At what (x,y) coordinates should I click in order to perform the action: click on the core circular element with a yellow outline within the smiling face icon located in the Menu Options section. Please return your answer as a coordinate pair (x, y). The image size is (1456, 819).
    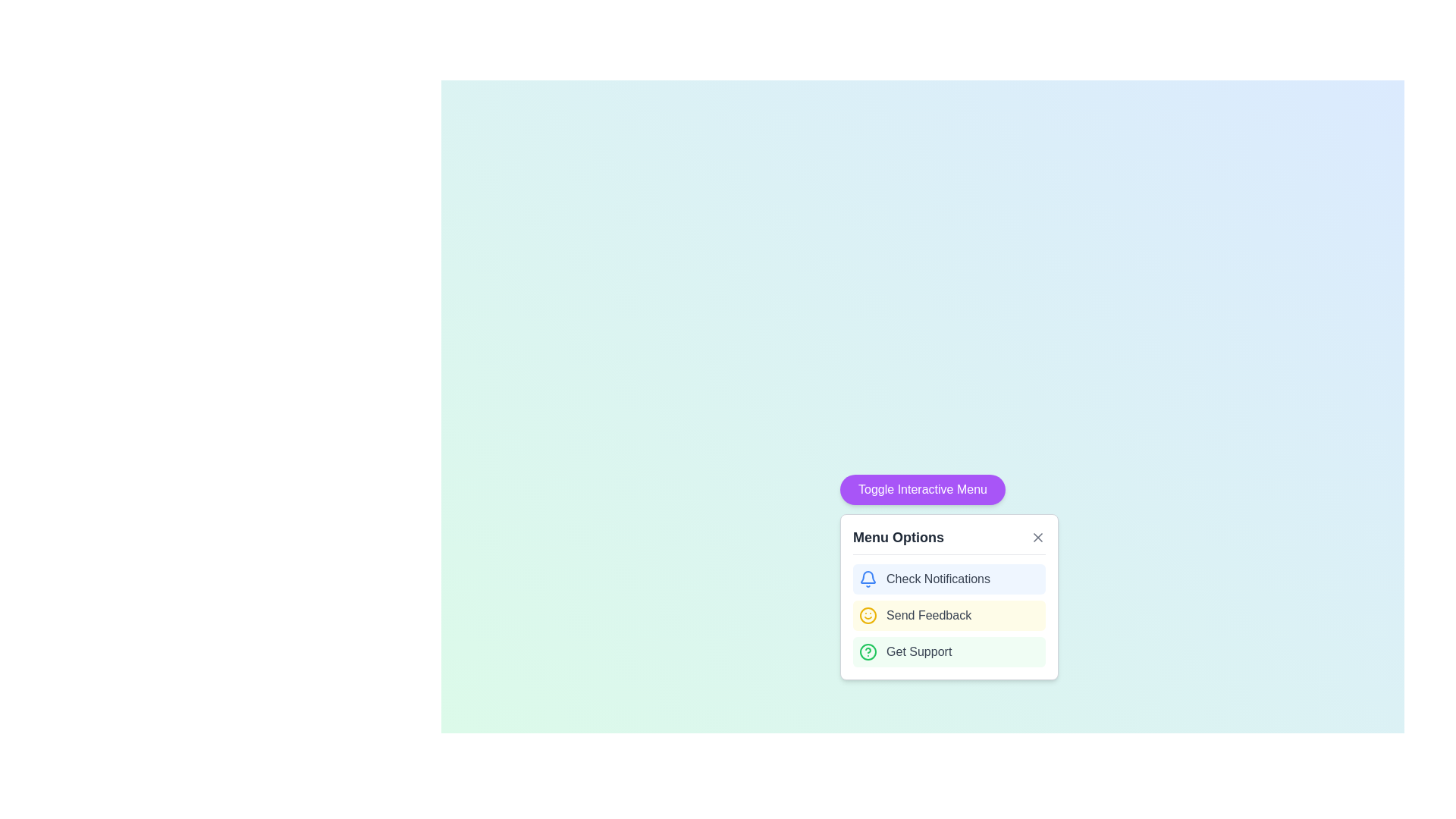
    Looking at the image, I should click on (868, 616).